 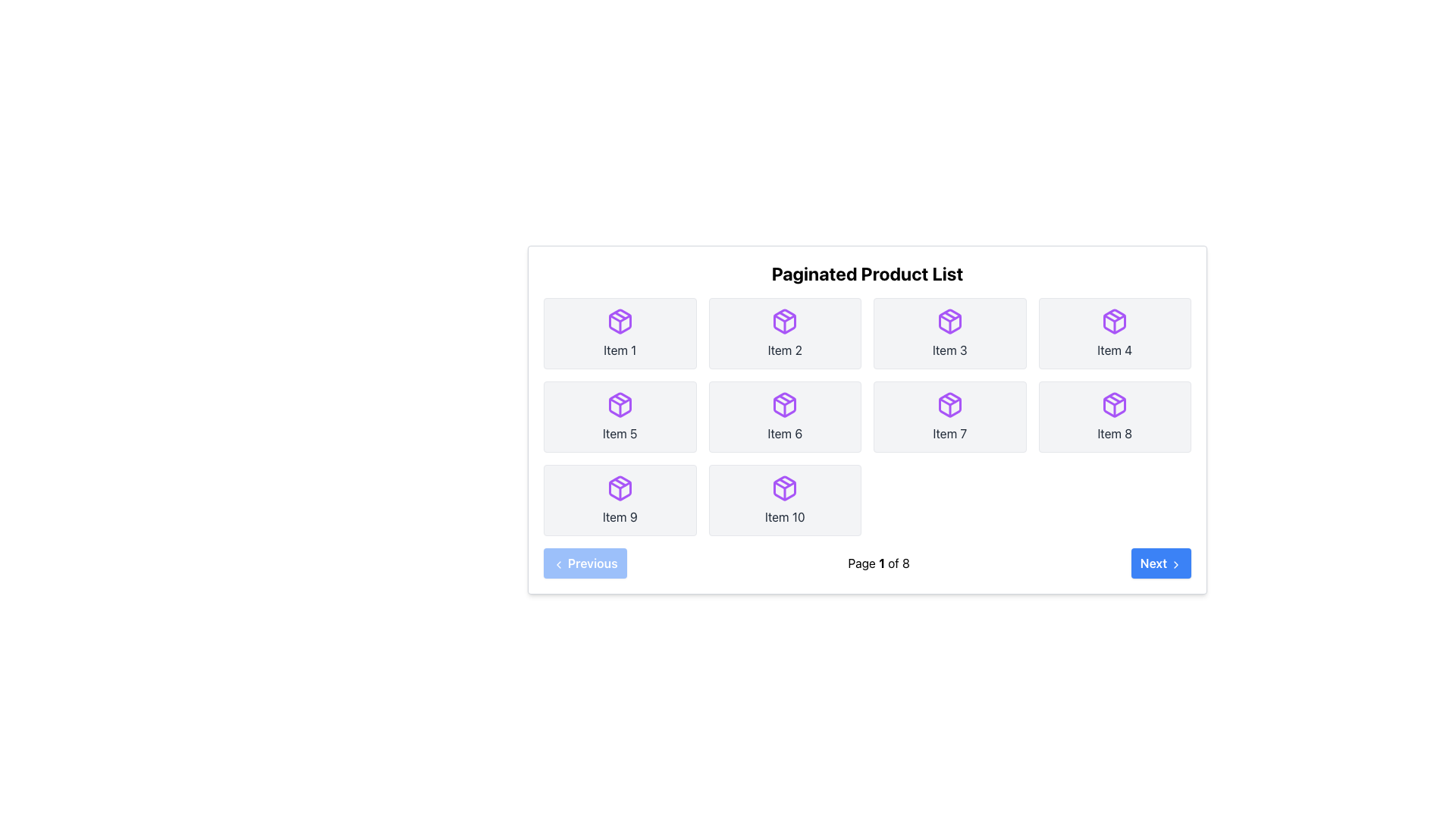 I want to click on the static text label that displays 'Item 8' located in the rightmost column of the second row in a grid layout, so click(x=1115, y=433).